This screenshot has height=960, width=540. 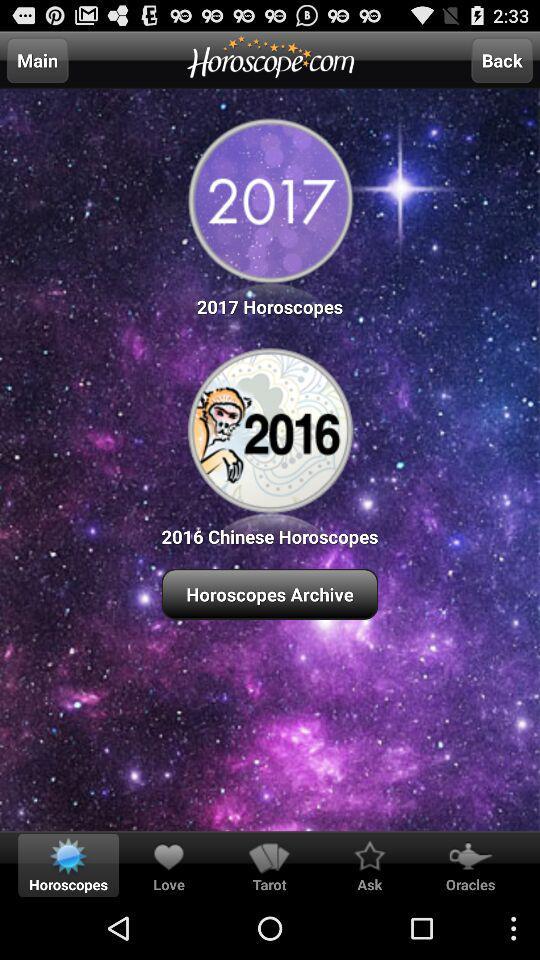 What do you see at coordinates (270, 214) in the screenshot?
I see `the icon above the 2016 chinese horoscopes item` at bounding box center [270, 214].